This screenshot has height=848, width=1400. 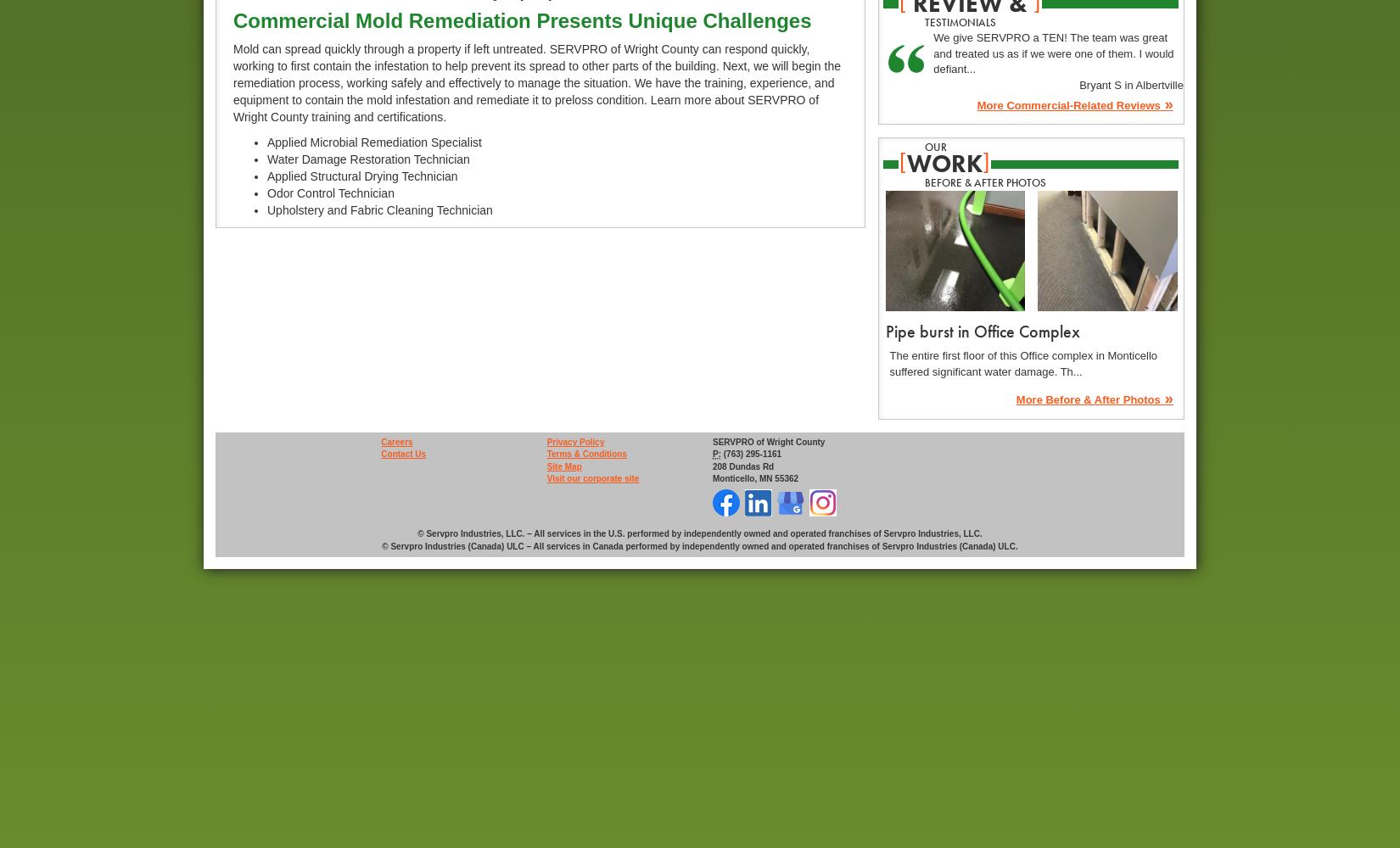 I want to click on 'Contact Us', so click(x=402, y=454).